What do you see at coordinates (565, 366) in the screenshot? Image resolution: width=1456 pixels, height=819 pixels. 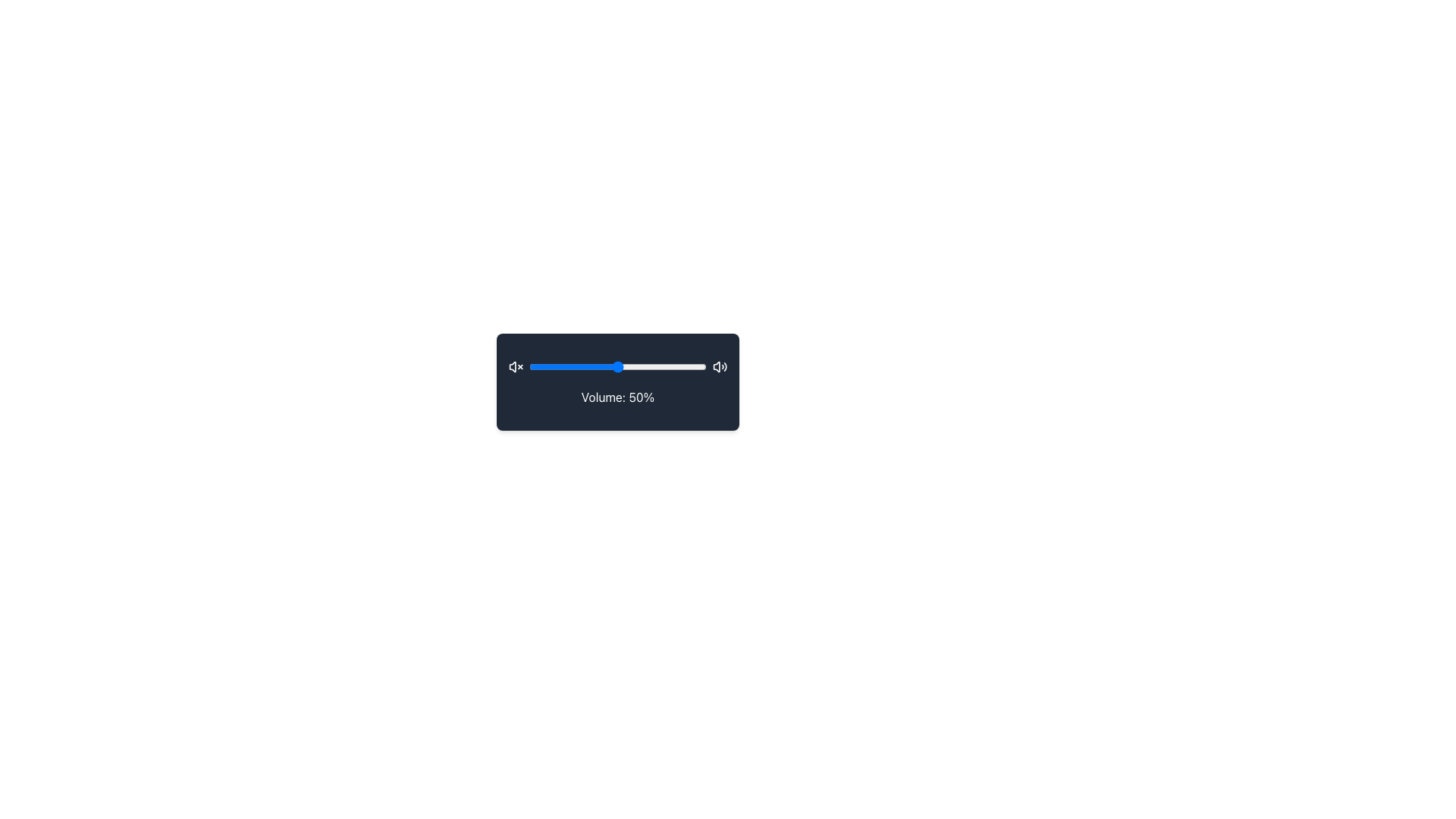 I see `the volume` at bounding box center [565, 366].